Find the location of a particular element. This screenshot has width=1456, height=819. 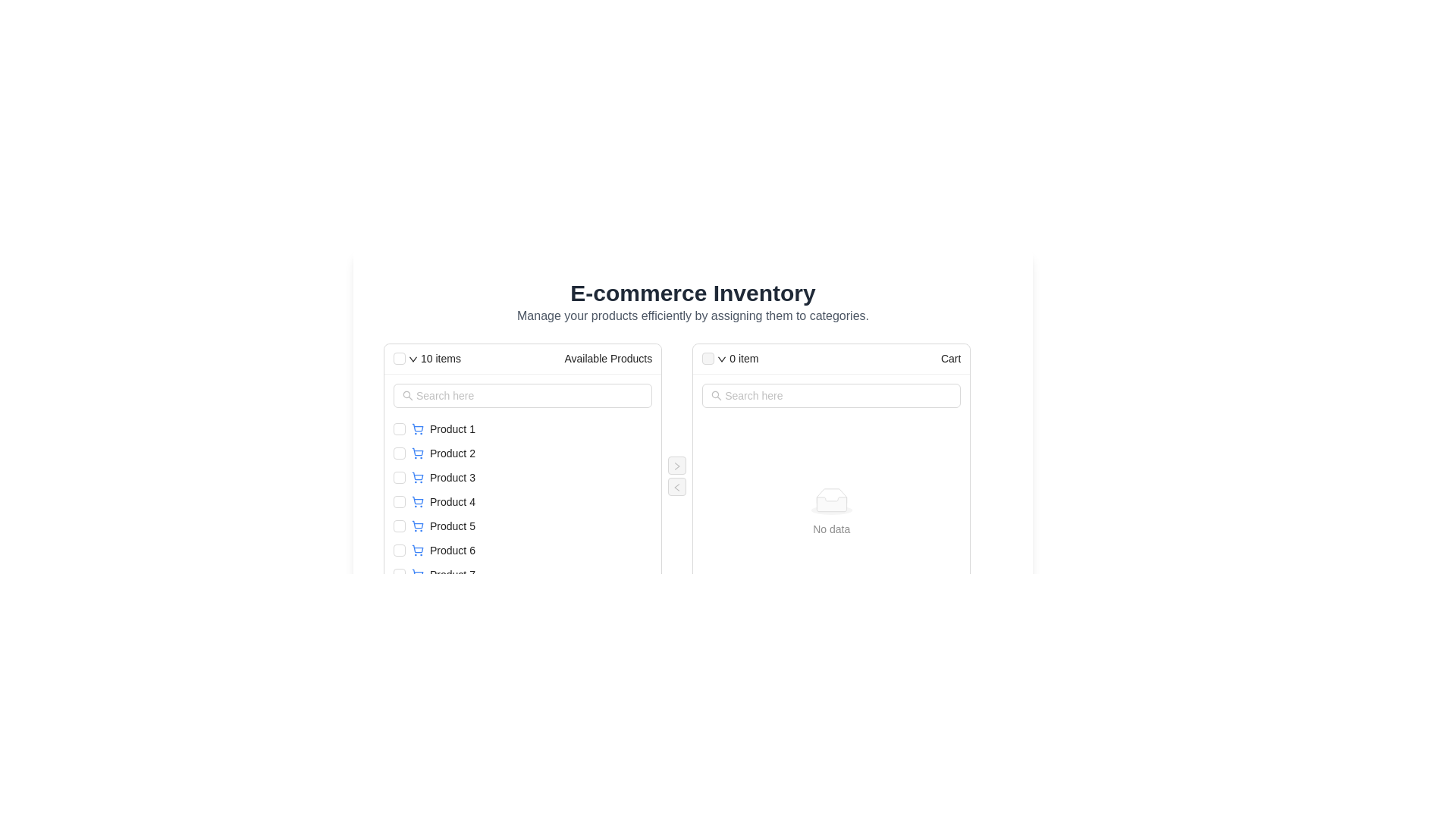

the search icon located to the left of the input field in the search bar is located at coordinates (407, 394).